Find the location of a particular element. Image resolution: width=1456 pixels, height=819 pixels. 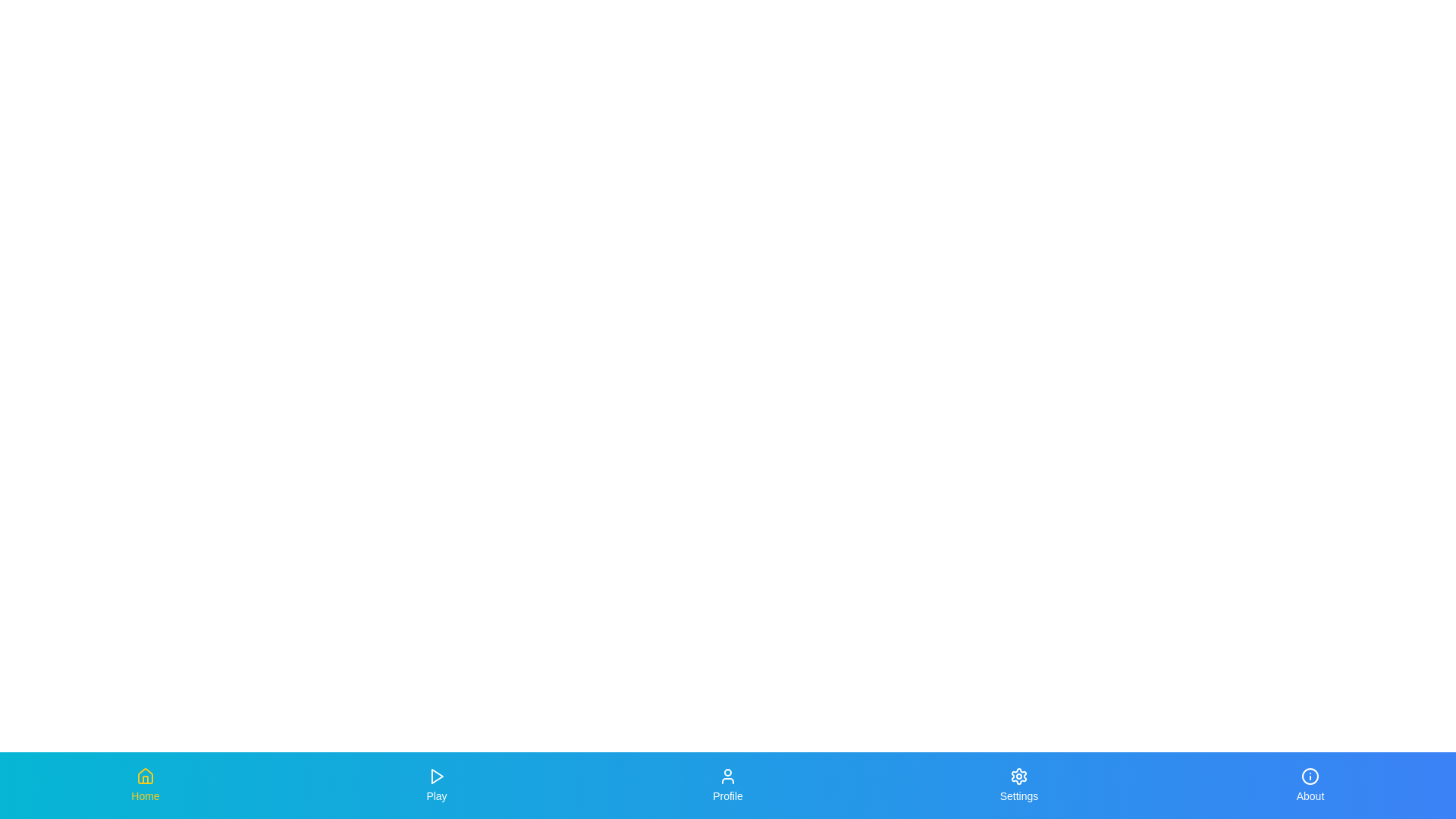

the tab labeled 'Settings' is located at coordinates (1019, 785).